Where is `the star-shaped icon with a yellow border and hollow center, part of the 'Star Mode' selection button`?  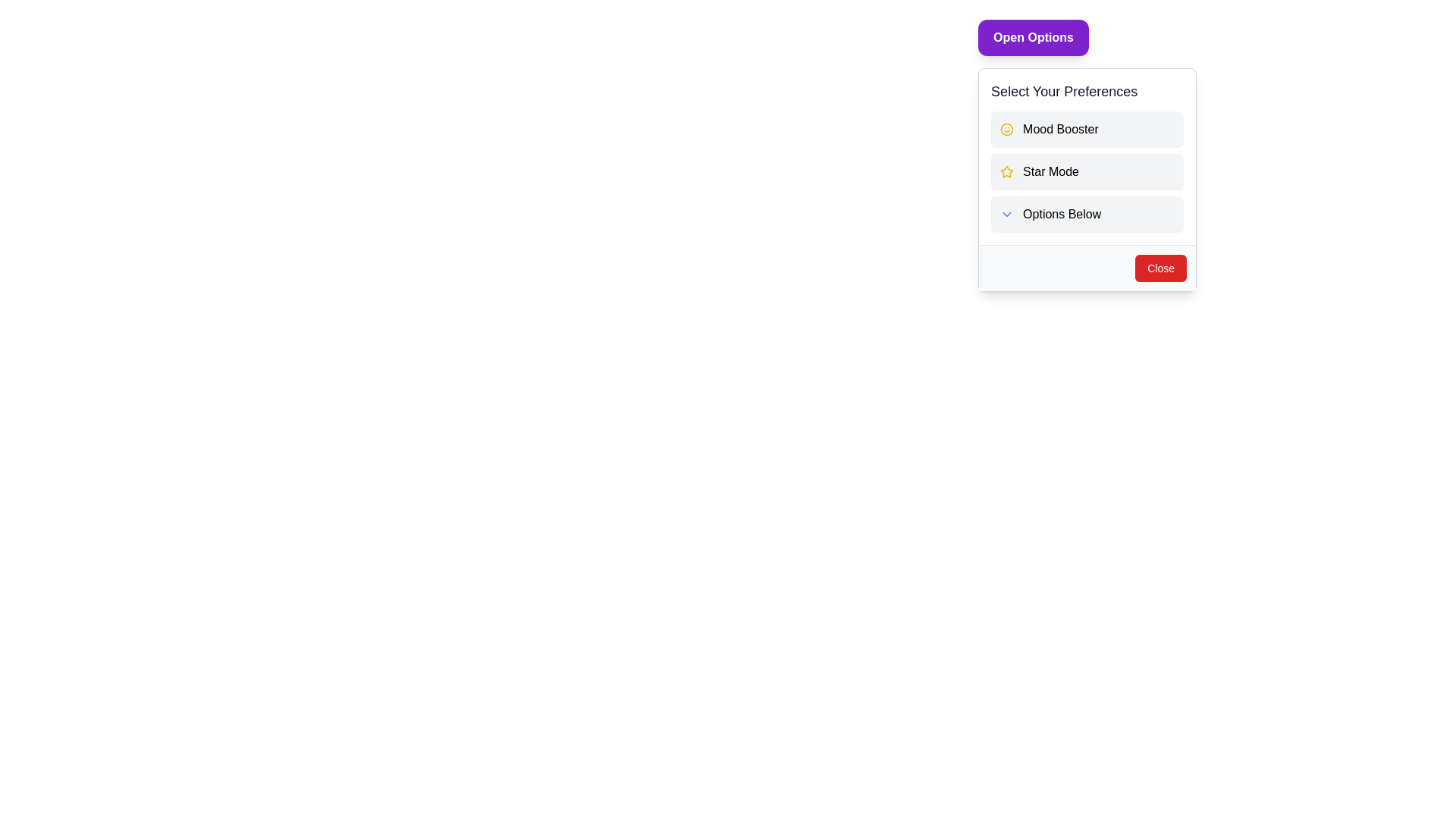
the star-shaped icon with a yellow border and hollow center, part of the 'Star Mode' selection button is located at coordinates (1007, 171).